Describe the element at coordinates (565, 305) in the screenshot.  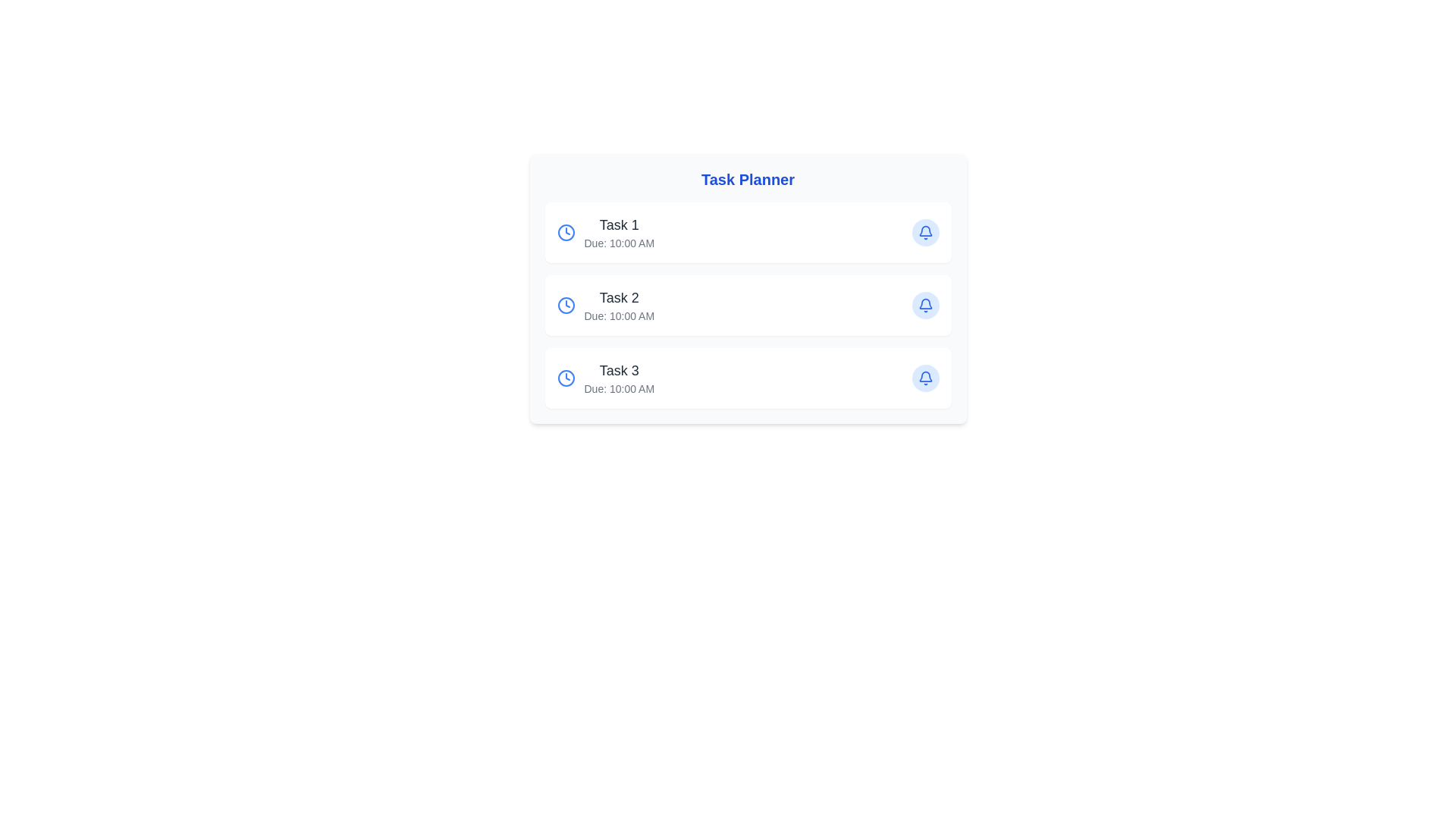
I see `the time-related icon that indicates the due time of 'Due: 10:00 AM', located to the left of the task description 'Task 2'` at that location.